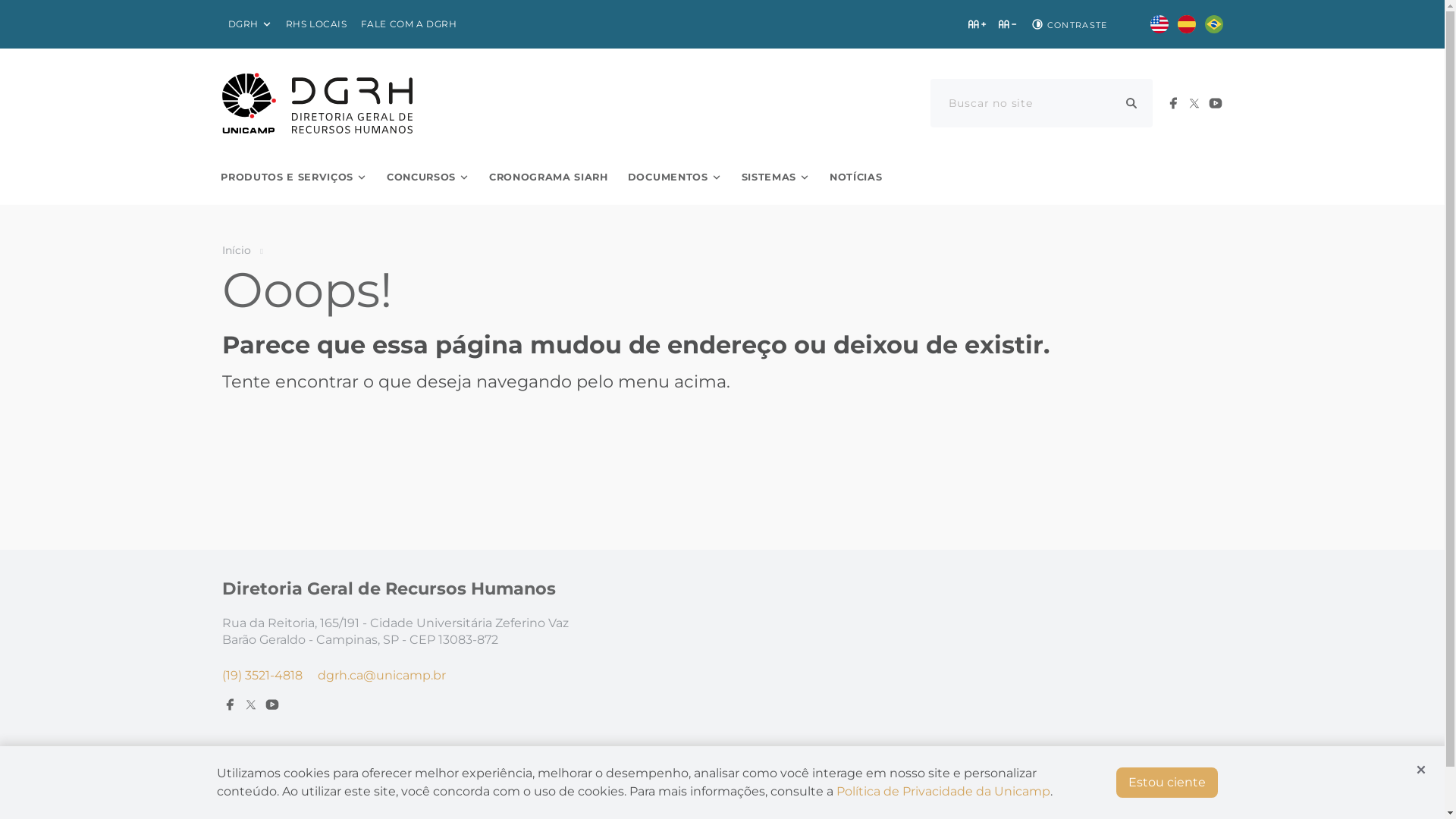 The image size is (1456, 819). I want to click on 'Diminuir fonte', so click(1007, 24).